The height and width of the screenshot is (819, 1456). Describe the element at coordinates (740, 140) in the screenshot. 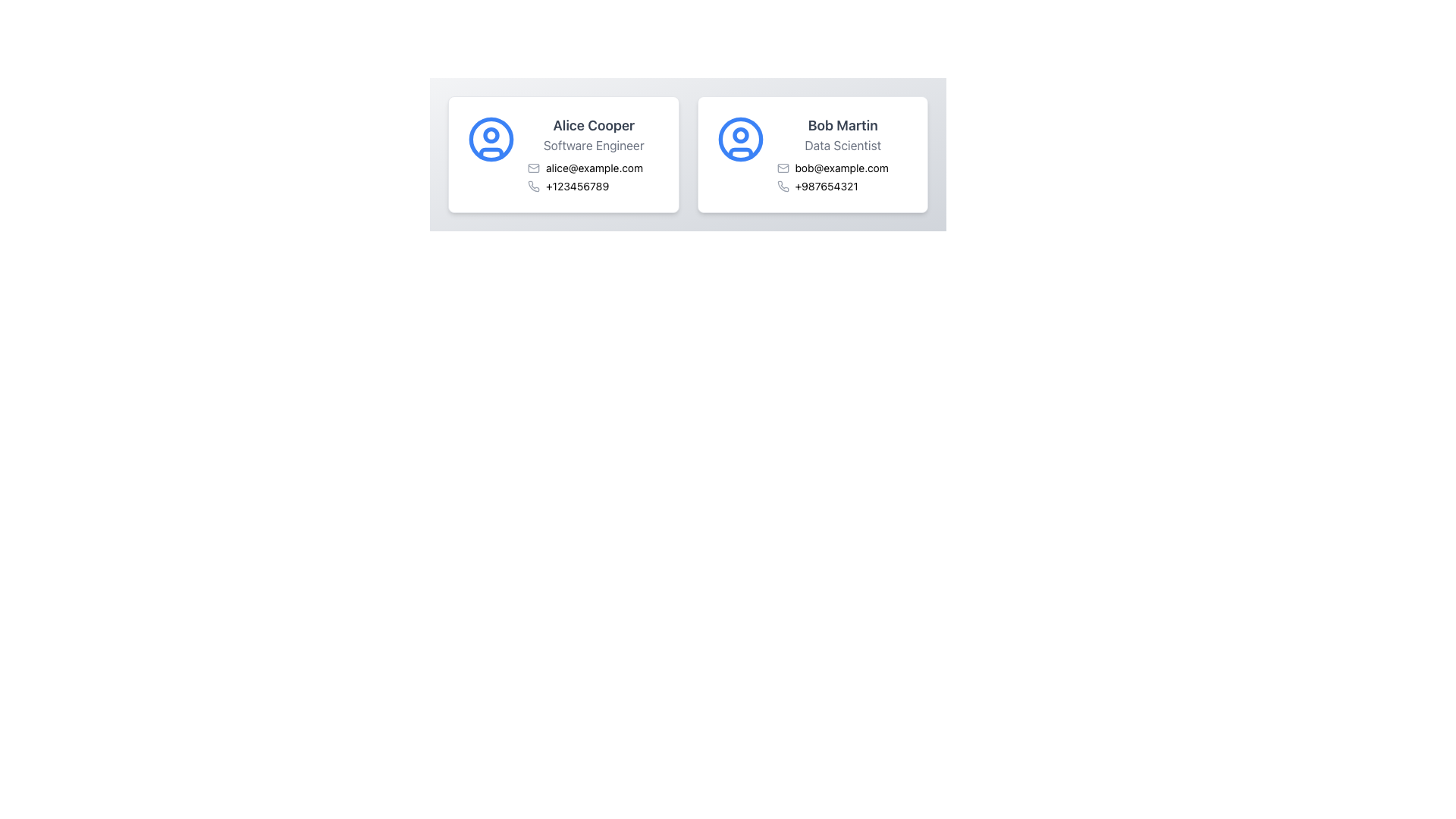

I see `the circular outline of the user avatar icon, which is part of the SVG in the avatar section of the rightmost card in a two-card layout` at that location.